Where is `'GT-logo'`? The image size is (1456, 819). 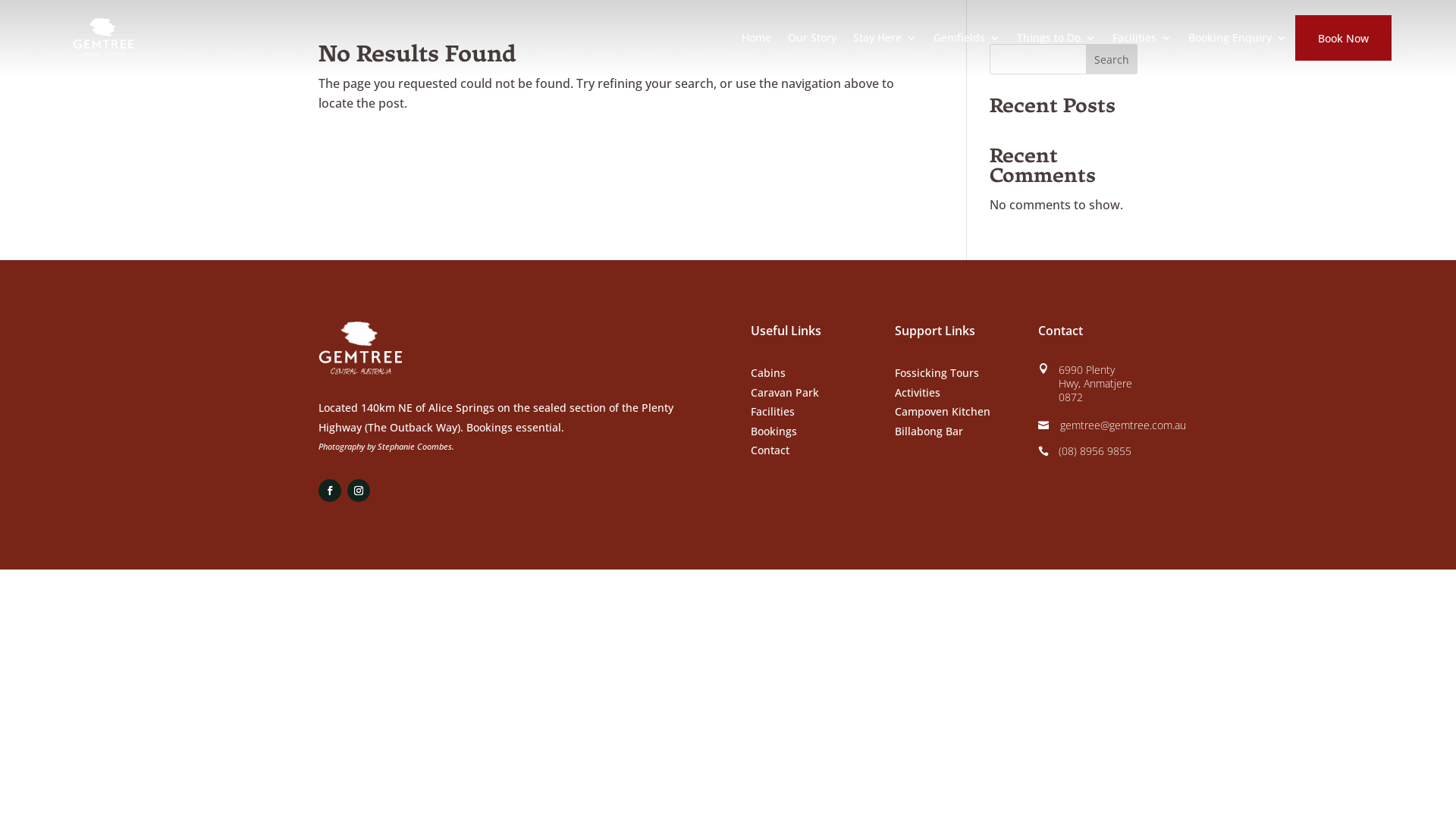
'GT-logo' is located at coordinates (359, 348).